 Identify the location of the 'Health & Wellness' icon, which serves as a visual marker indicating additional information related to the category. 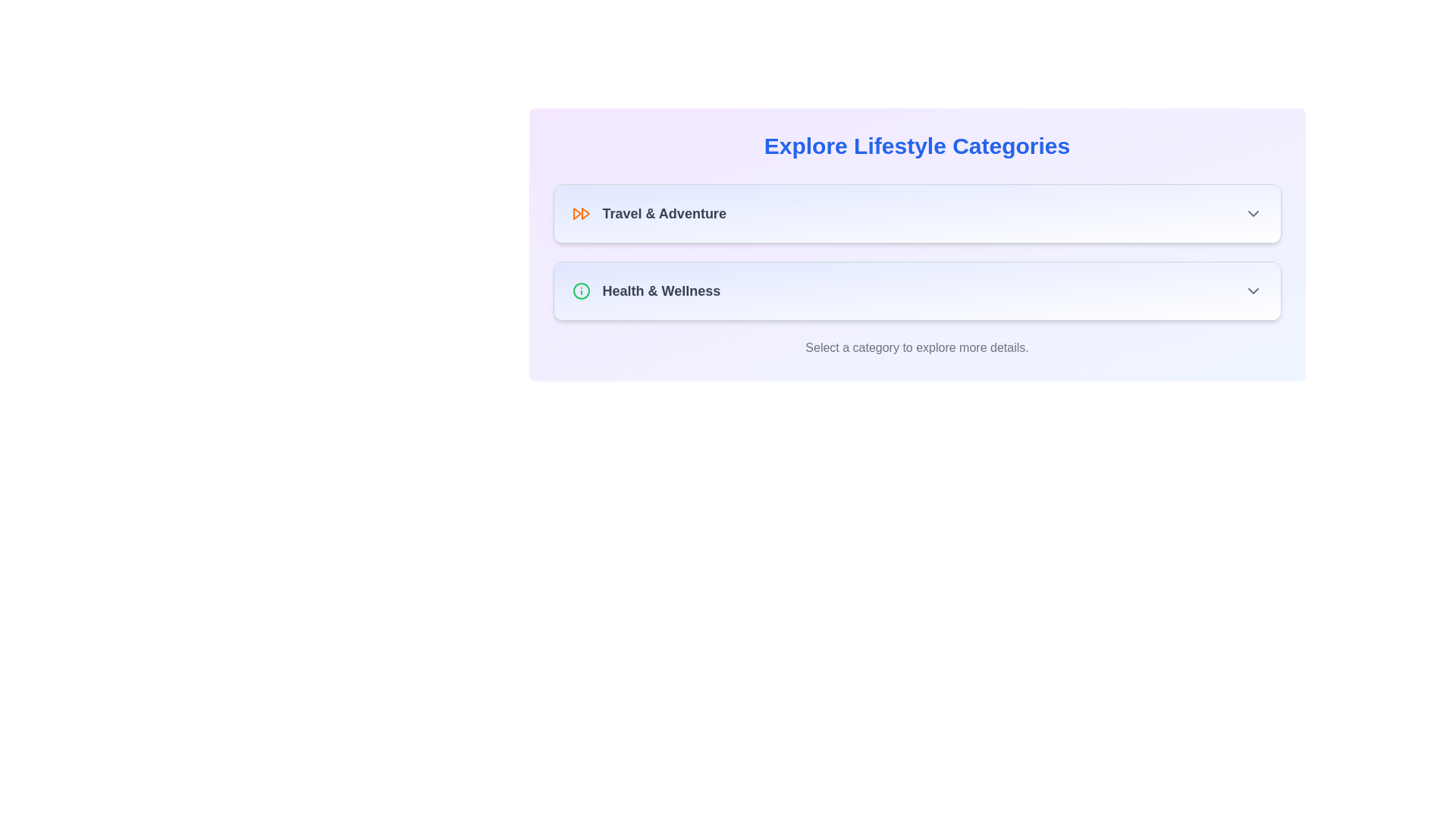
(580, 291).